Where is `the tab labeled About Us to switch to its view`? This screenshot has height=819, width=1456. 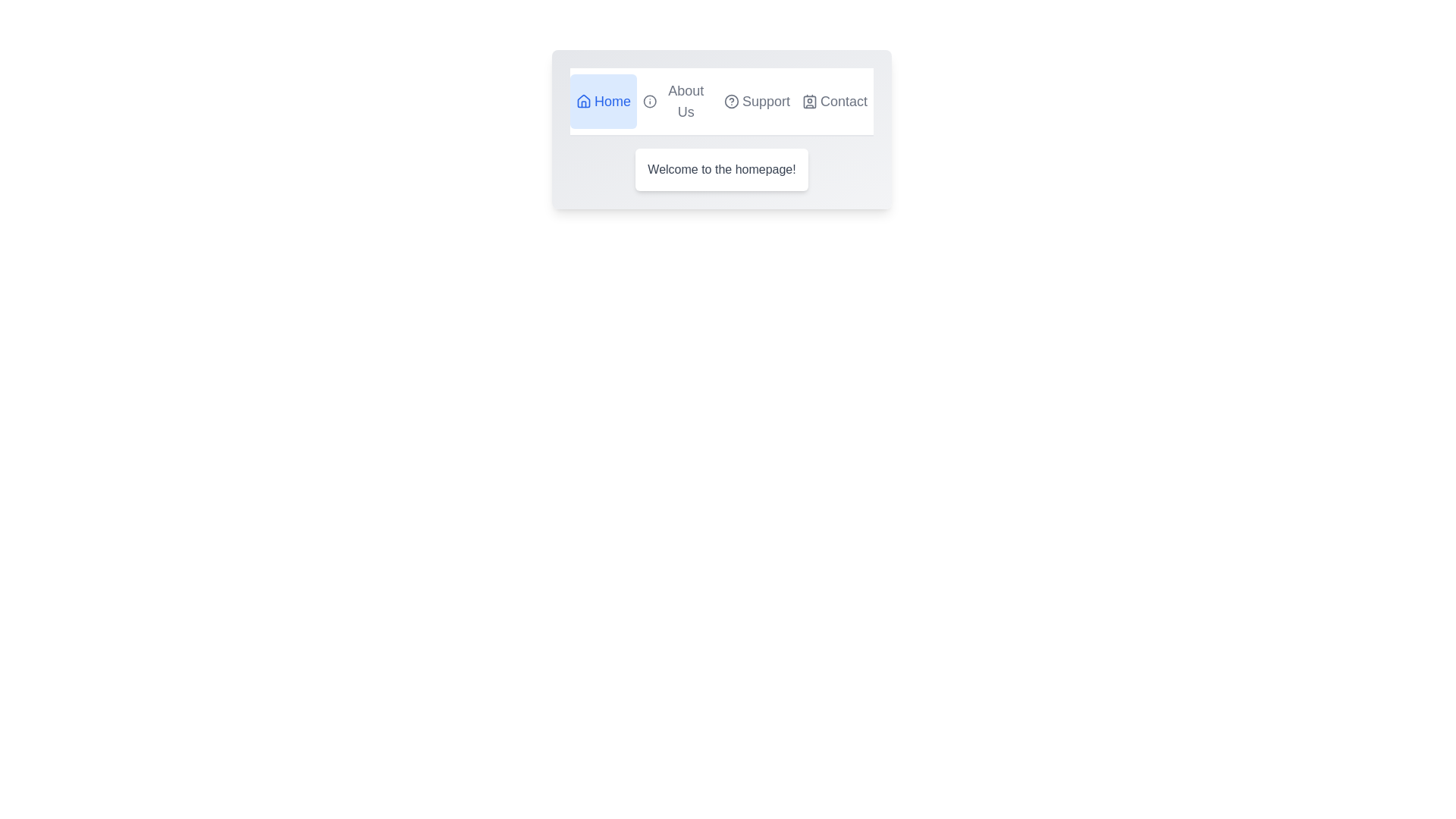 the tab labeled About Us to switch to its view is located at coordinates (676, 102).